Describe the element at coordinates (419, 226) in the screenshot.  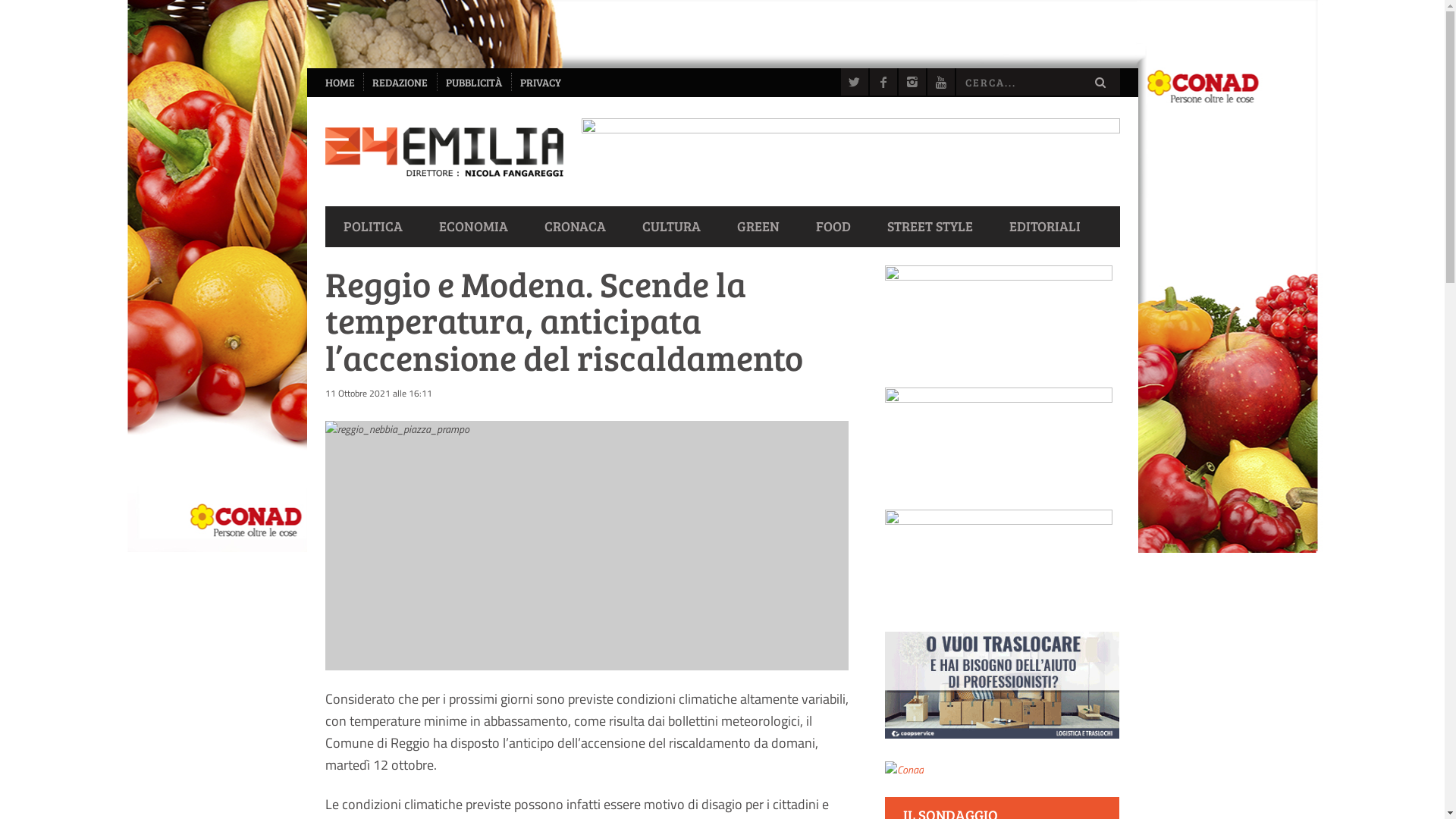
I see `'ECONOMIA'` at that location.